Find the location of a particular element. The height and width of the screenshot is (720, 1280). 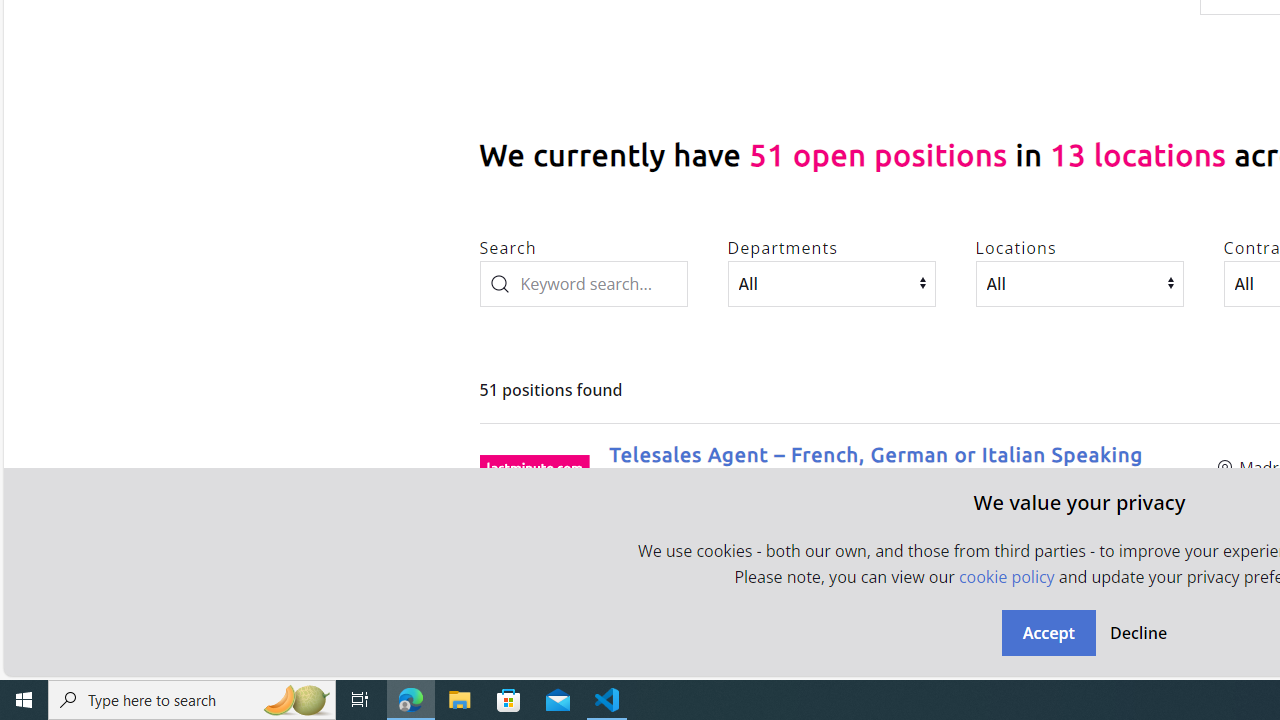

'Accept' is located at coordinates (1047, 632).